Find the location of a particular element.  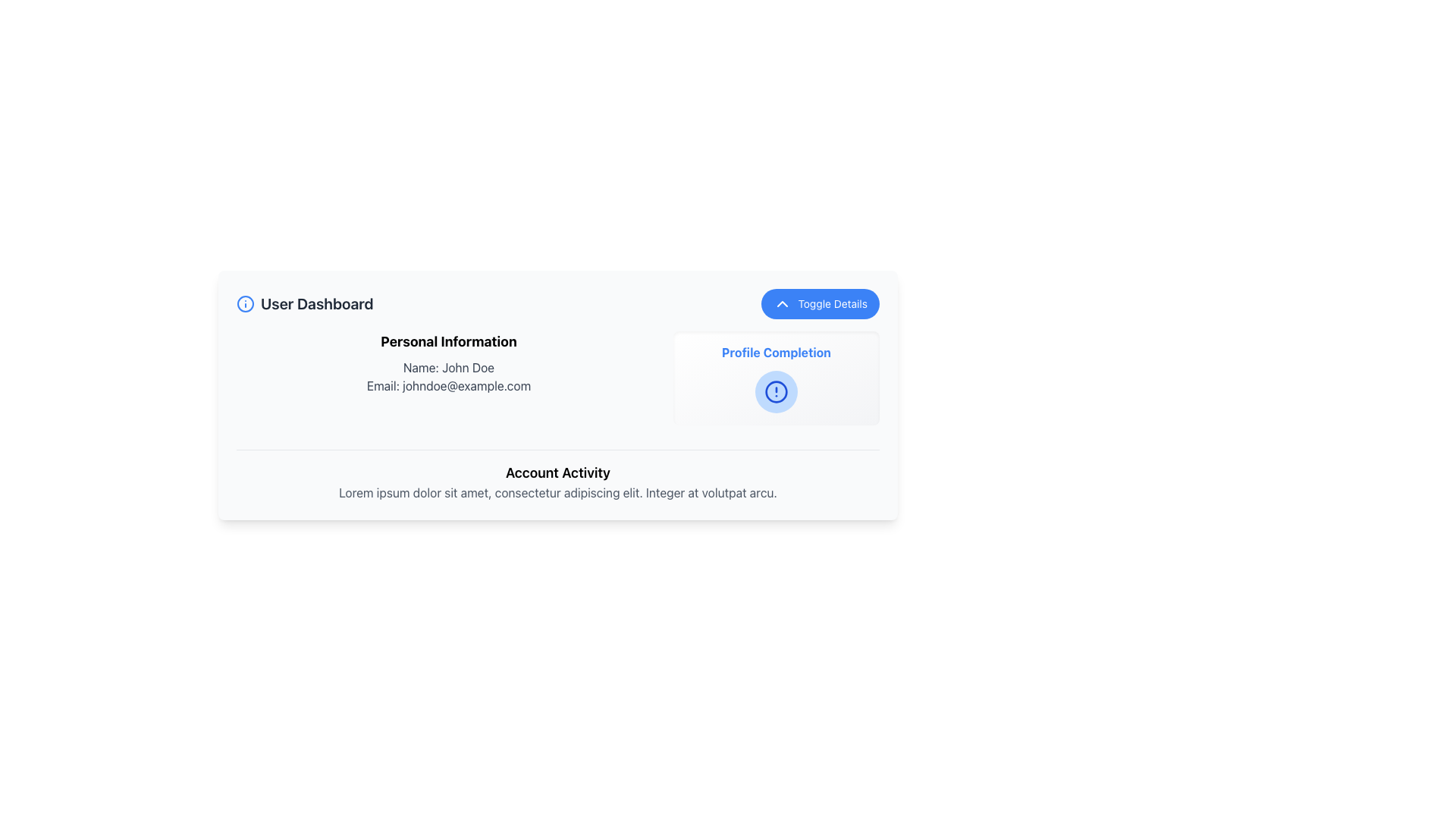

the informational icon located to the left of the 'User Dashboard' text in the header section is located at coordinates (246, 304).